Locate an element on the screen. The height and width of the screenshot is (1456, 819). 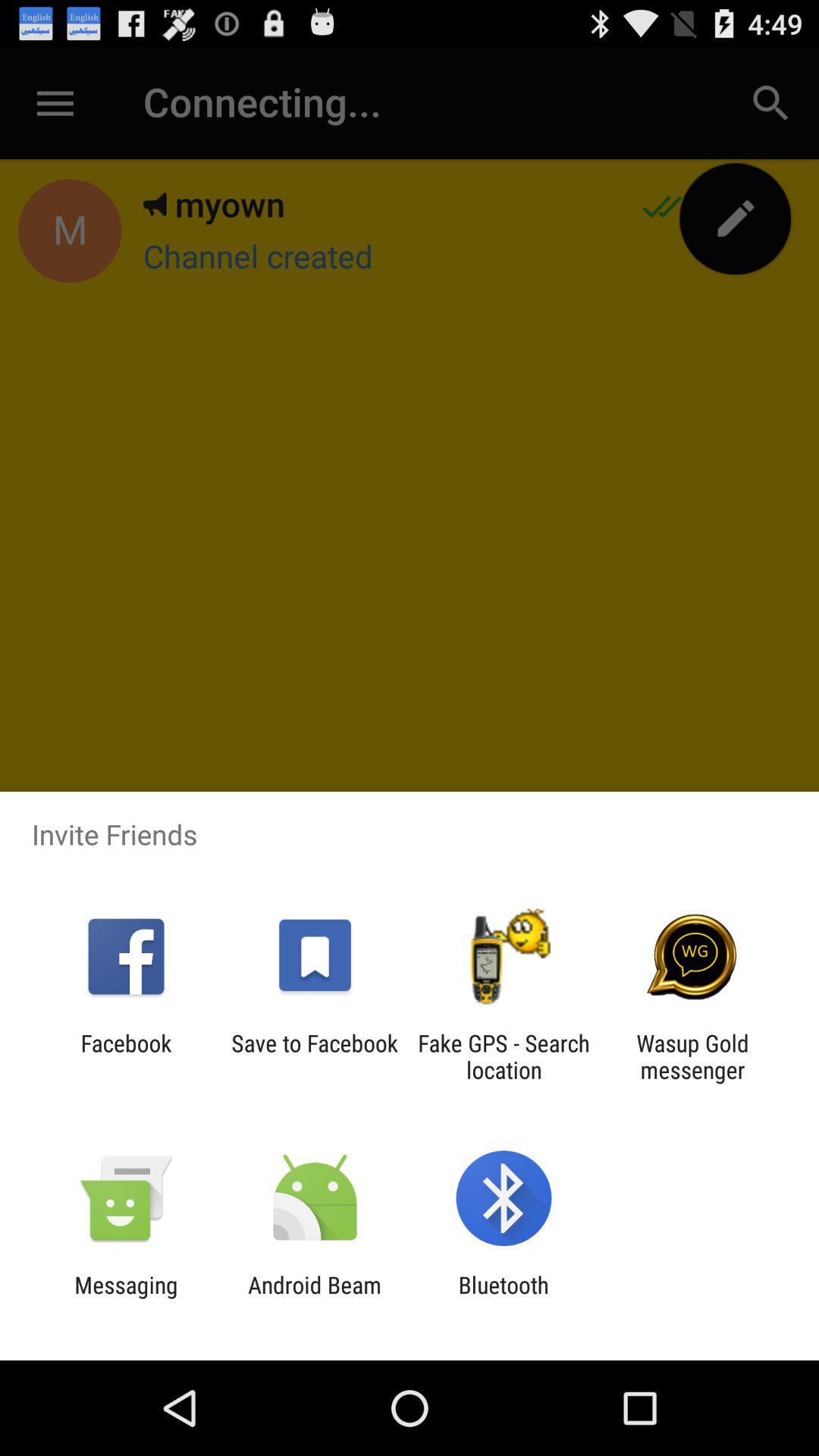
app to the right of the facebook item is located at coordinates (314, 1056).